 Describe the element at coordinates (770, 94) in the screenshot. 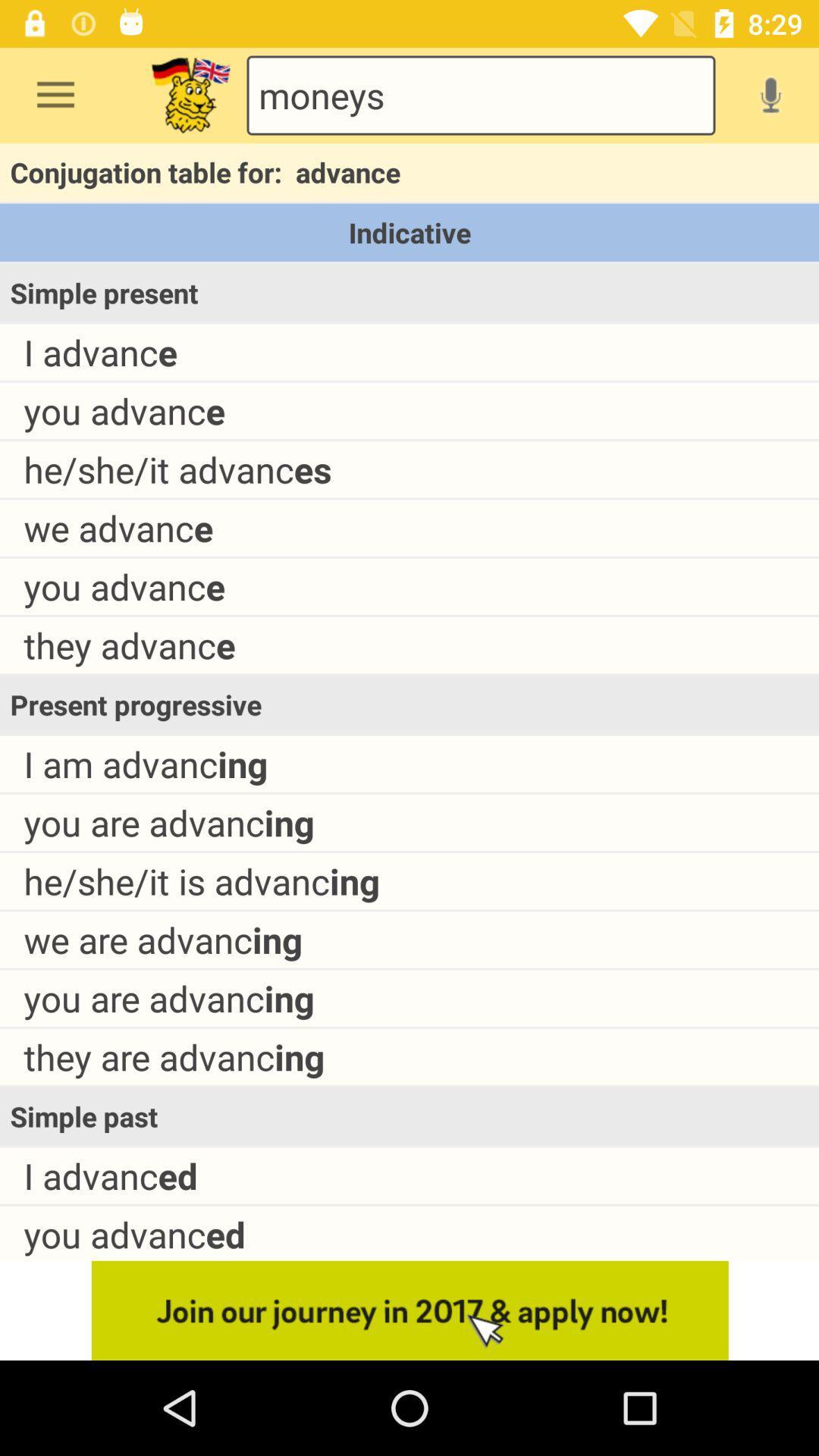

I see `voice sound` at that location.